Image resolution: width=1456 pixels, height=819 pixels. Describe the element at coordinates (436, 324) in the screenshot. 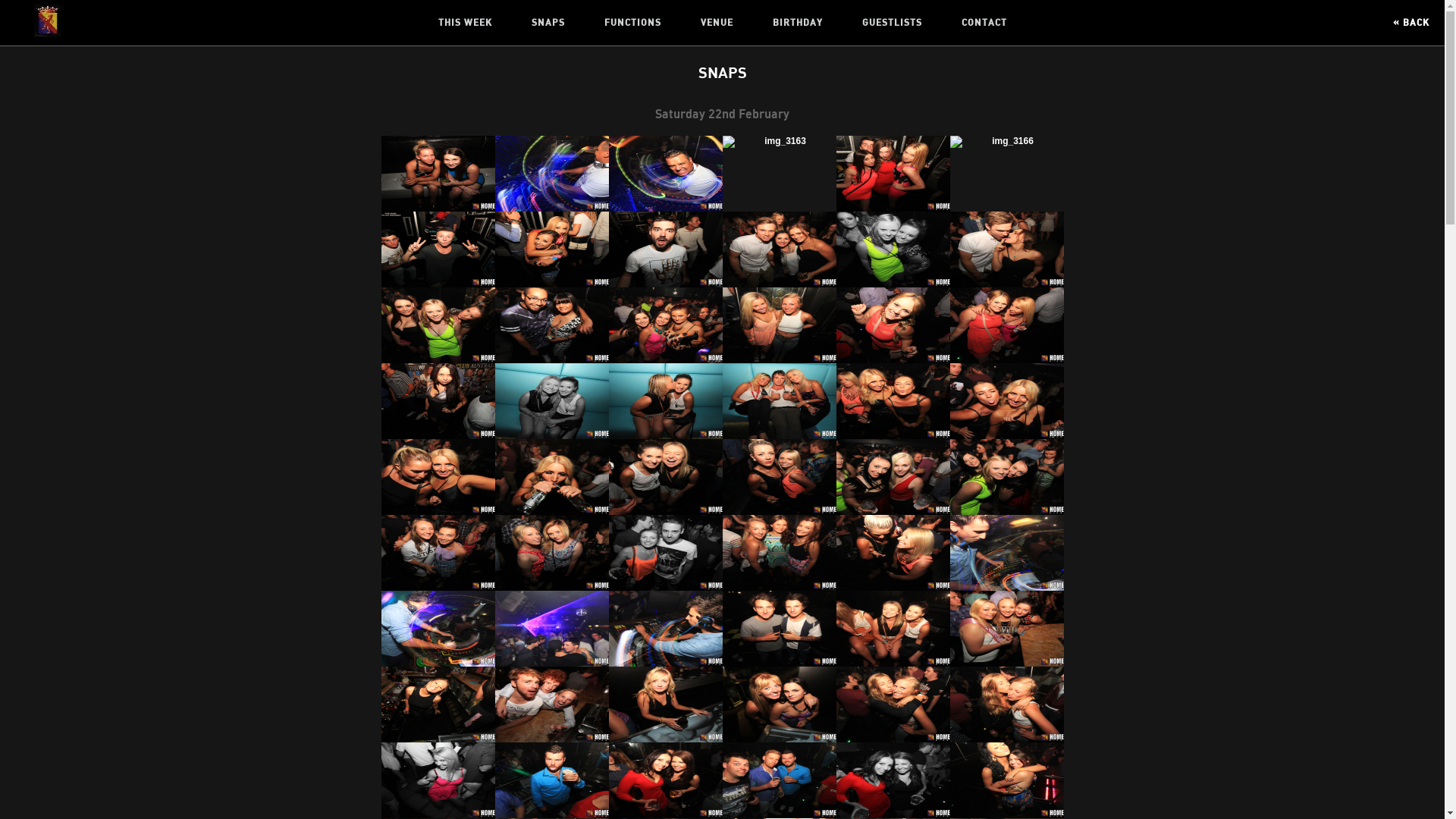

I see `' '` at that location.